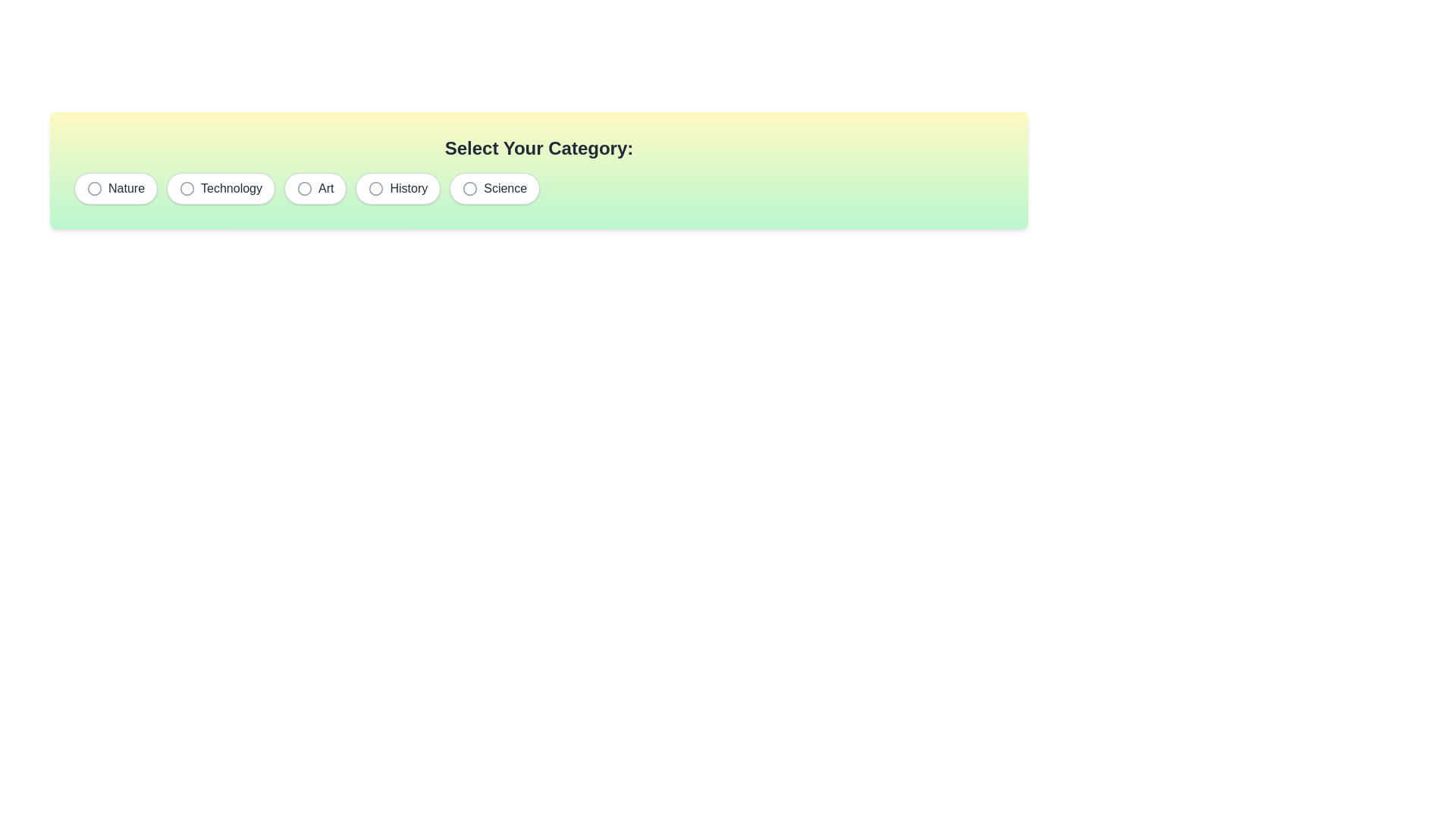  What do you see at coordinates (315, 188) in the screenshot?
I see `the chip corresponding to the category Art` at bounding box center [315, 188].